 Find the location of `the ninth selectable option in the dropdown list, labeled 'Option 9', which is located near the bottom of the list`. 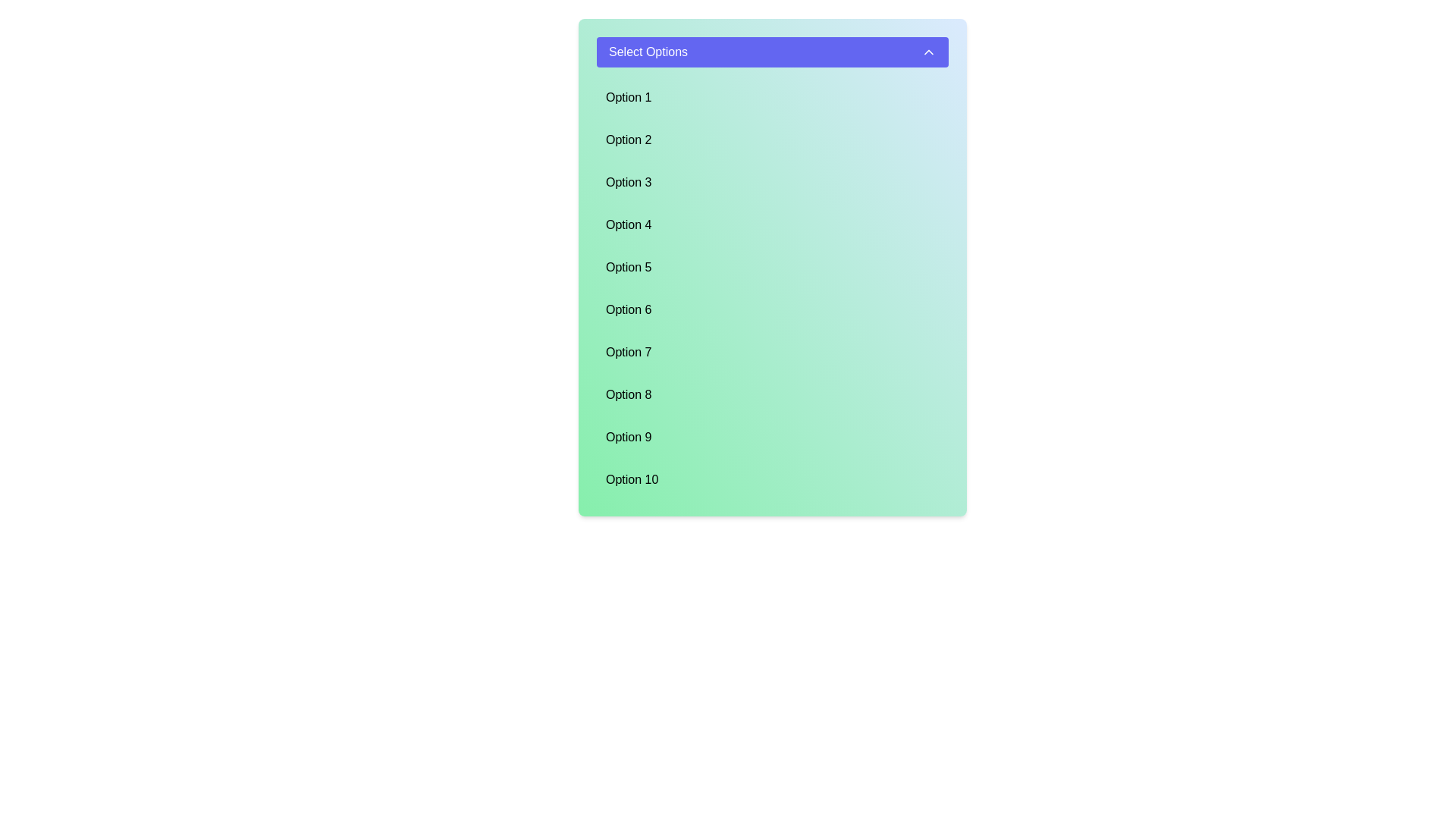

the ninth selectable option in the dropdown list, labeled 'Option 9', which is located near the bottom of the list is located at coordinates (629, 438).